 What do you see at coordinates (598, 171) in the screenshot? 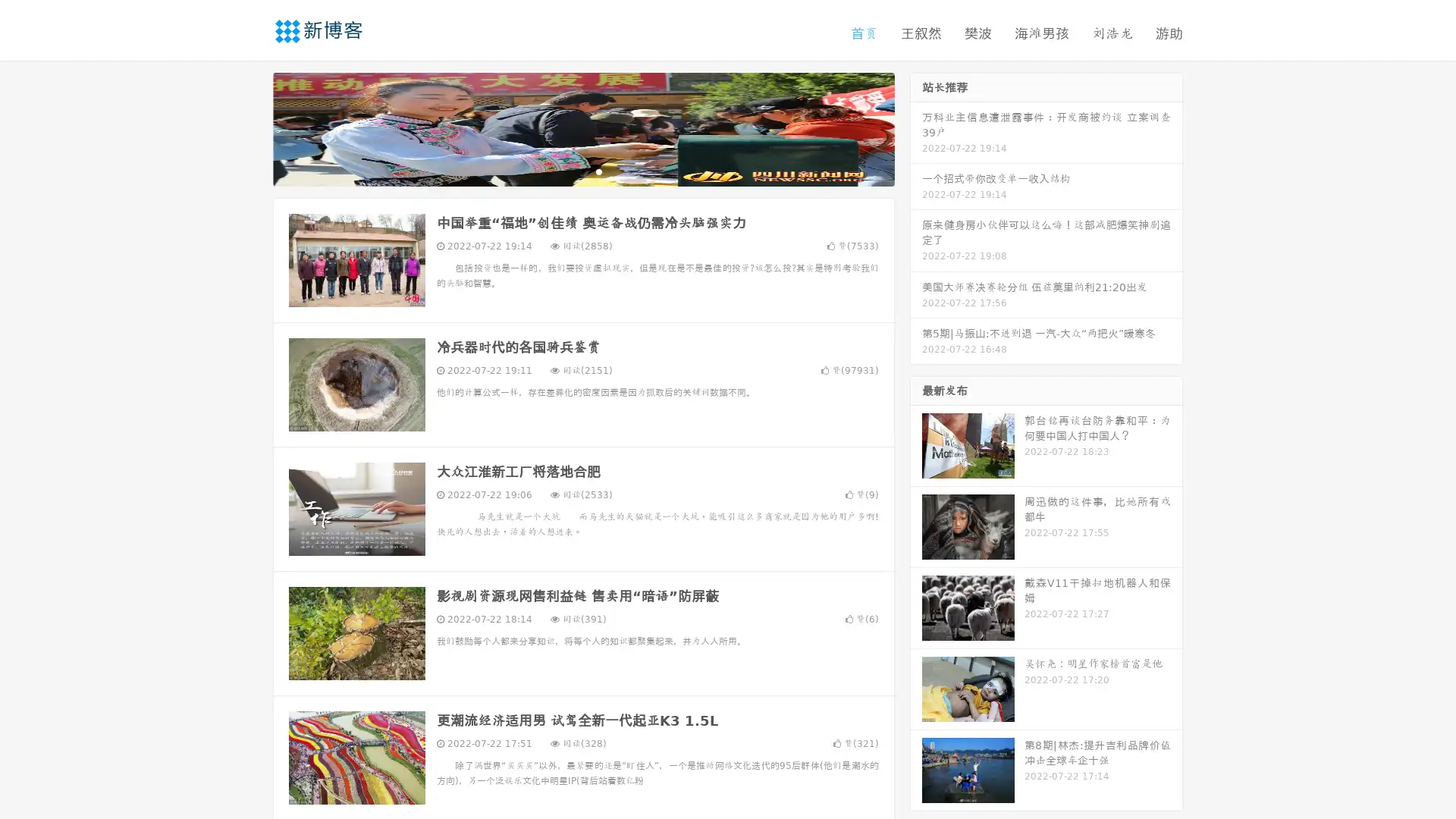
I see `Go to slide 3` at bounding box center [598, 171].